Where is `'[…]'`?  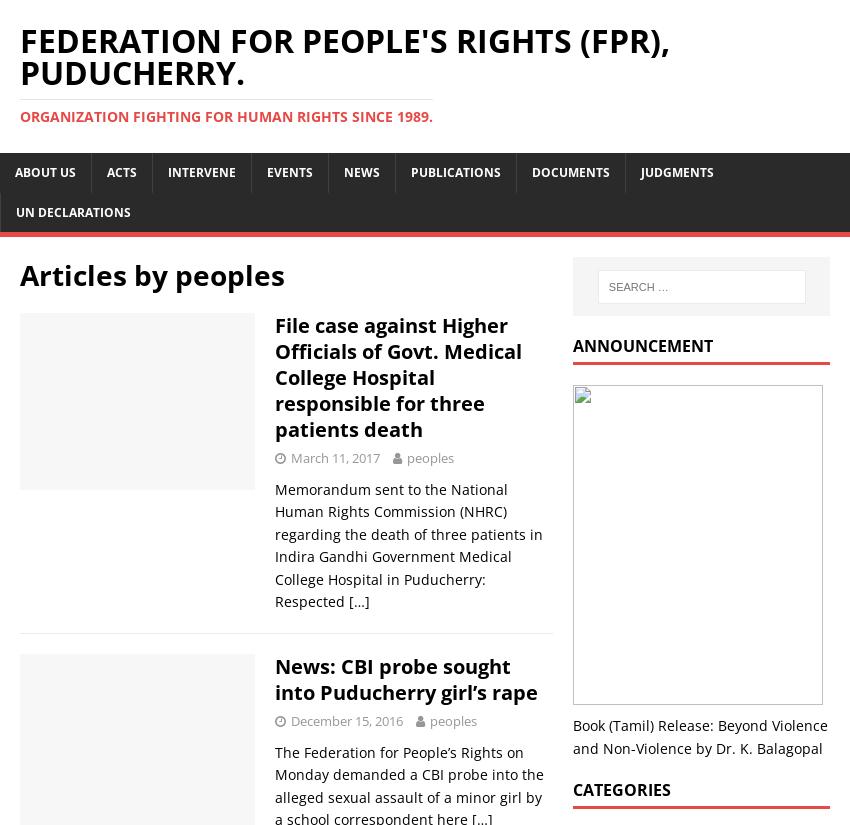
'[…]' is located at coordinates (348, 599).